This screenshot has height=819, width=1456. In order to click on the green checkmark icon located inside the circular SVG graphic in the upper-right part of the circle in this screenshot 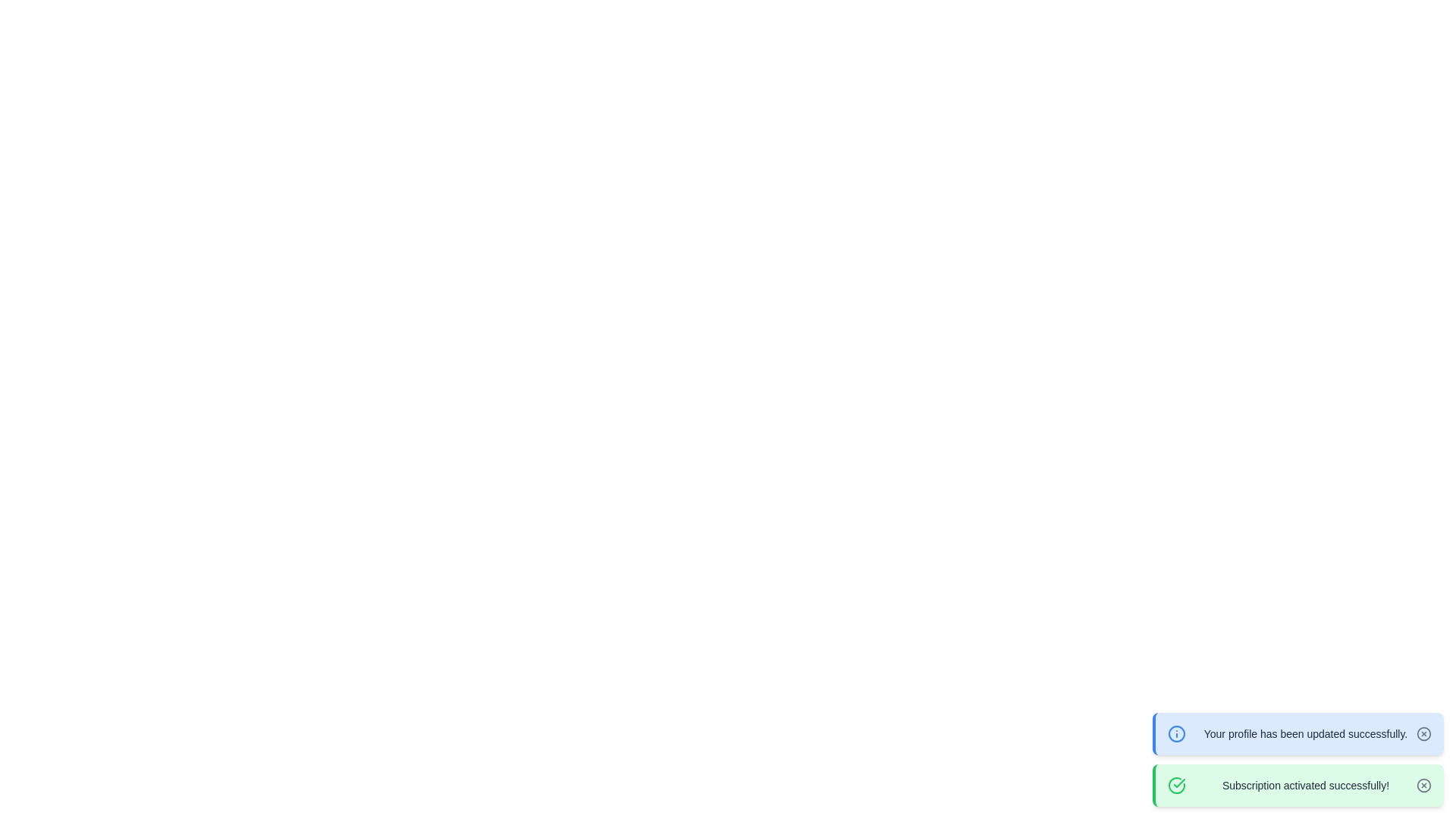, I will do `click(1178, 783)`.